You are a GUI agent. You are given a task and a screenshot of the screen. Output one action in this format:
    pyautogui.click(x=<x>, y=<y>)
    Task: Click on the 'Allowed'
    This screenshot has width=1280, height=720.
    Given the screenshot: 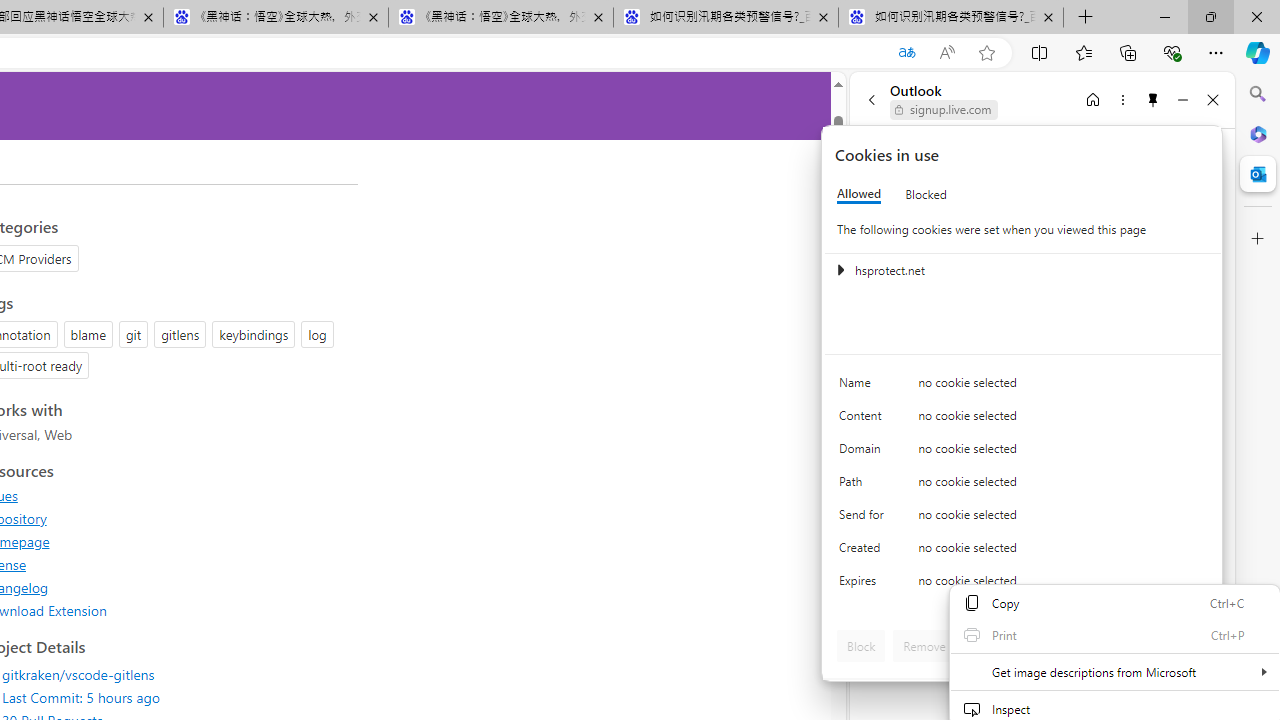 What is the action you would take?
    pyautogui.click(x=859, y=194)
    